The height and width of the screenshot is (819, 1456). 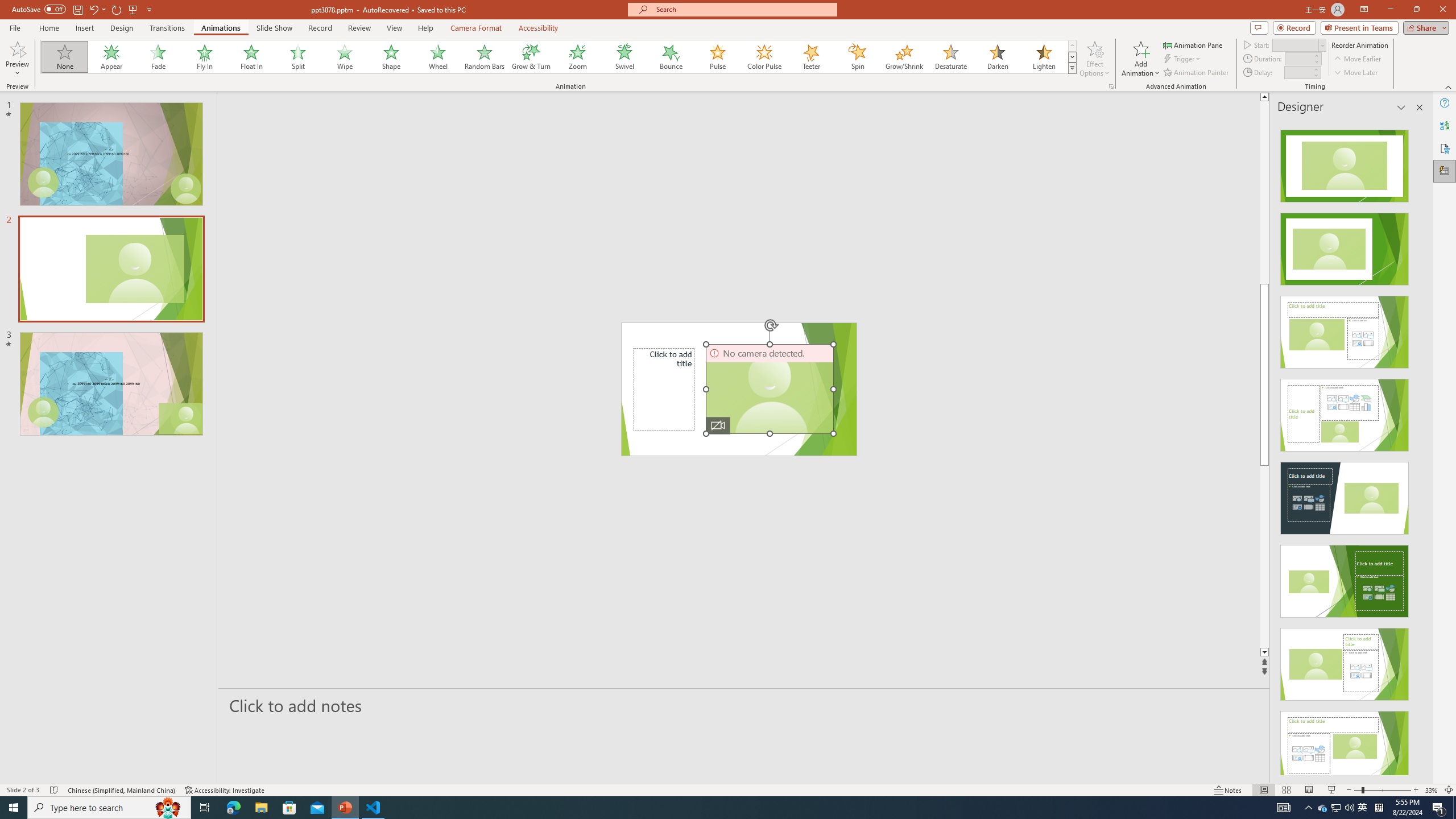 What do you see at coordinates (904, 56) in the screenshot?
I see `'Grow/Shrink'` at bounding box center [904, 56].